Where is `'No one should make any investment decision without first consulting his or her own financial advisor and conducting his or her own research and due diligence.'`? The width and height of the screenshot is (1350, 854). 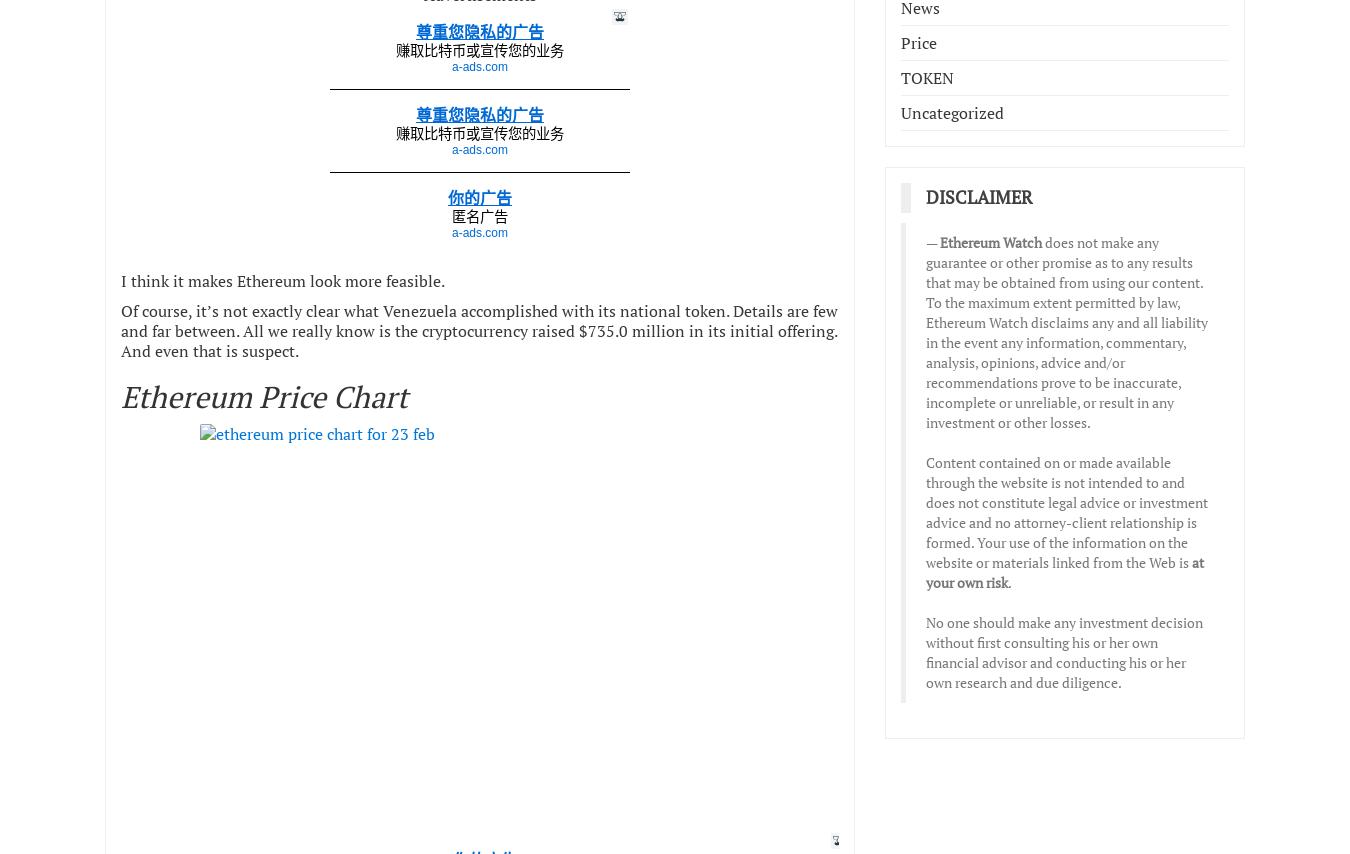 'No one should make any investment decision without first consulting his or her own financial advisor and conducting his or her own research and due diligence.' is located at coordinates (1064, 651).